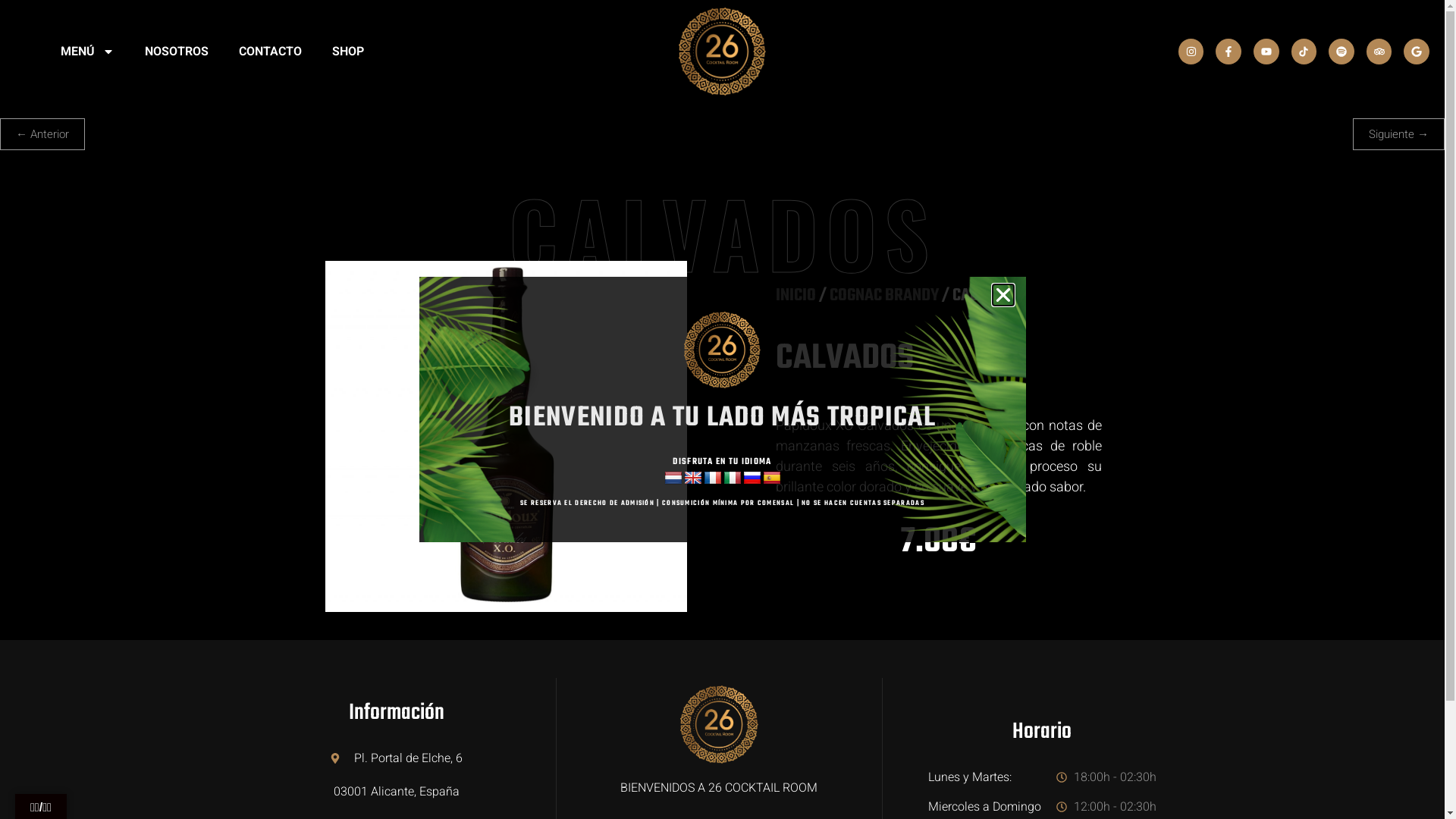 The width and height of the screenshot is (1456, 819). I want to click on 'CONTACTO', so click(270, 51).